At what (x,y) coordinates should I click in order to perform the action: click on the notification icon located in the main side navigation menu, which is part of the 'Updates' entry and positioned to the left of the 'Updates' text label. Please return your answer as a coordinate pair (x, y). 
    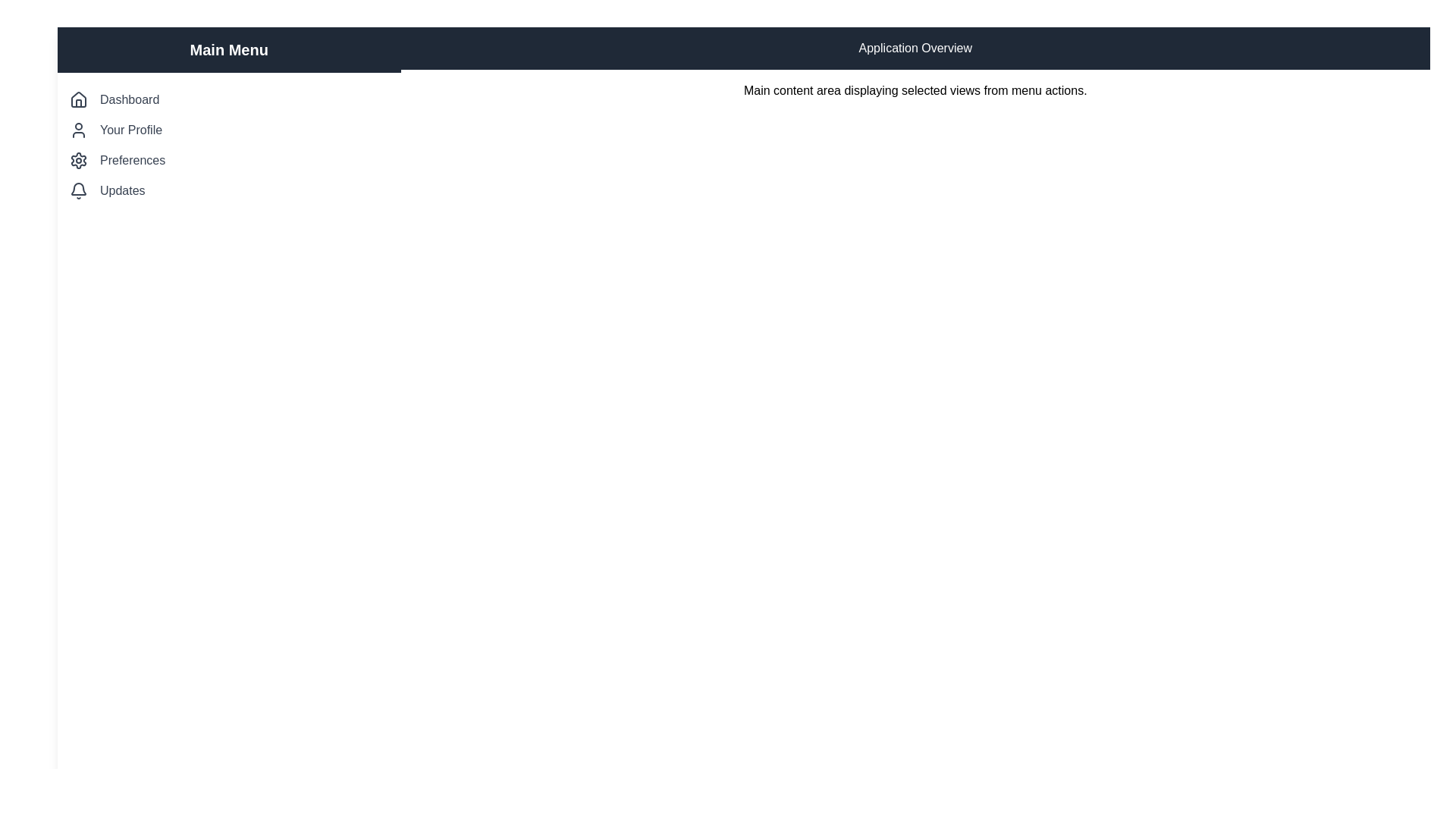
    Looking at the image, I should click on (78, 190).